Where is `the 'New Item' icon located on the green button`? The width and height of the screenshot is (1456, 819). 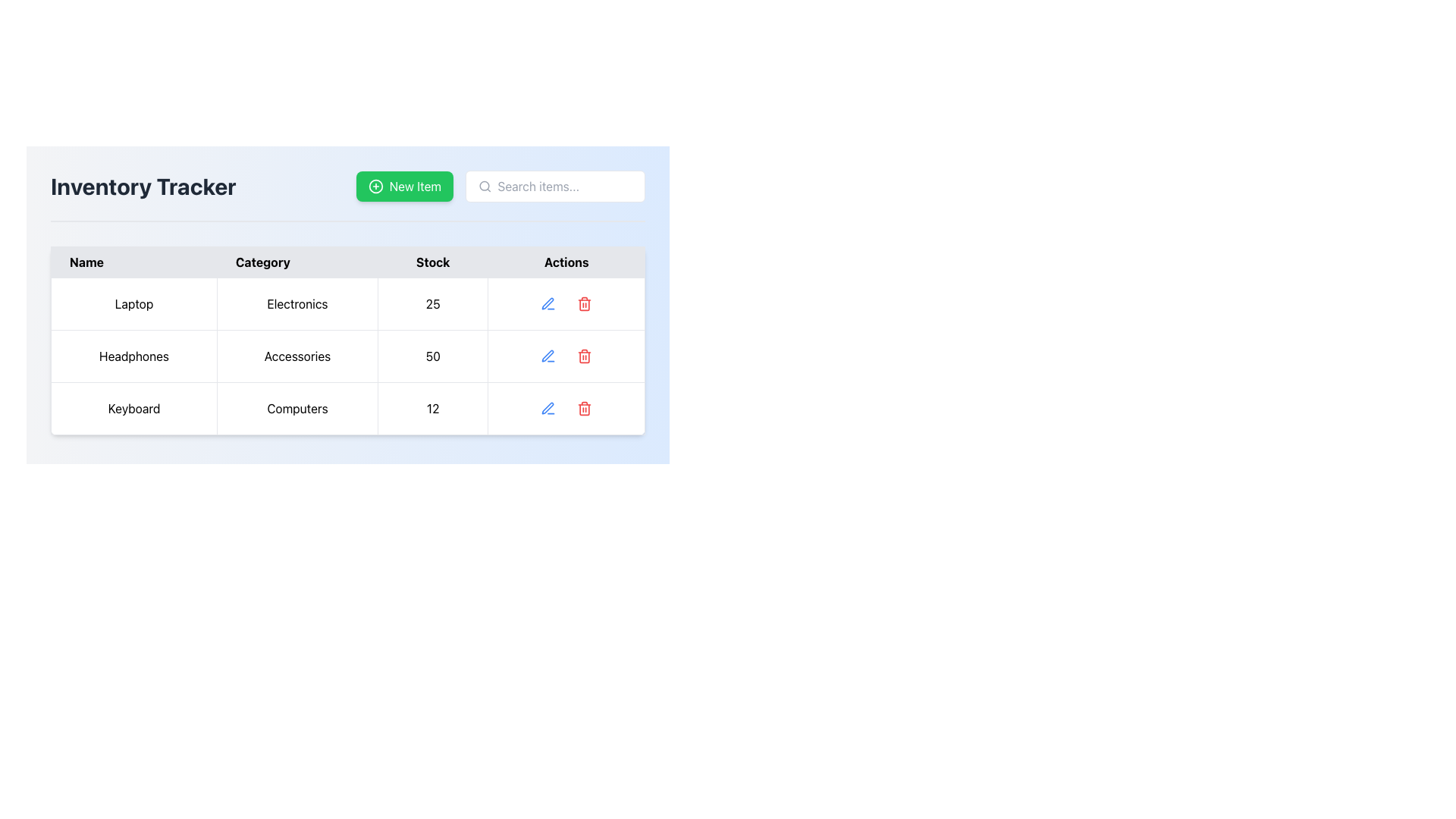 the 'New Item' icon located on the green button is located at coordinates (375, 186).